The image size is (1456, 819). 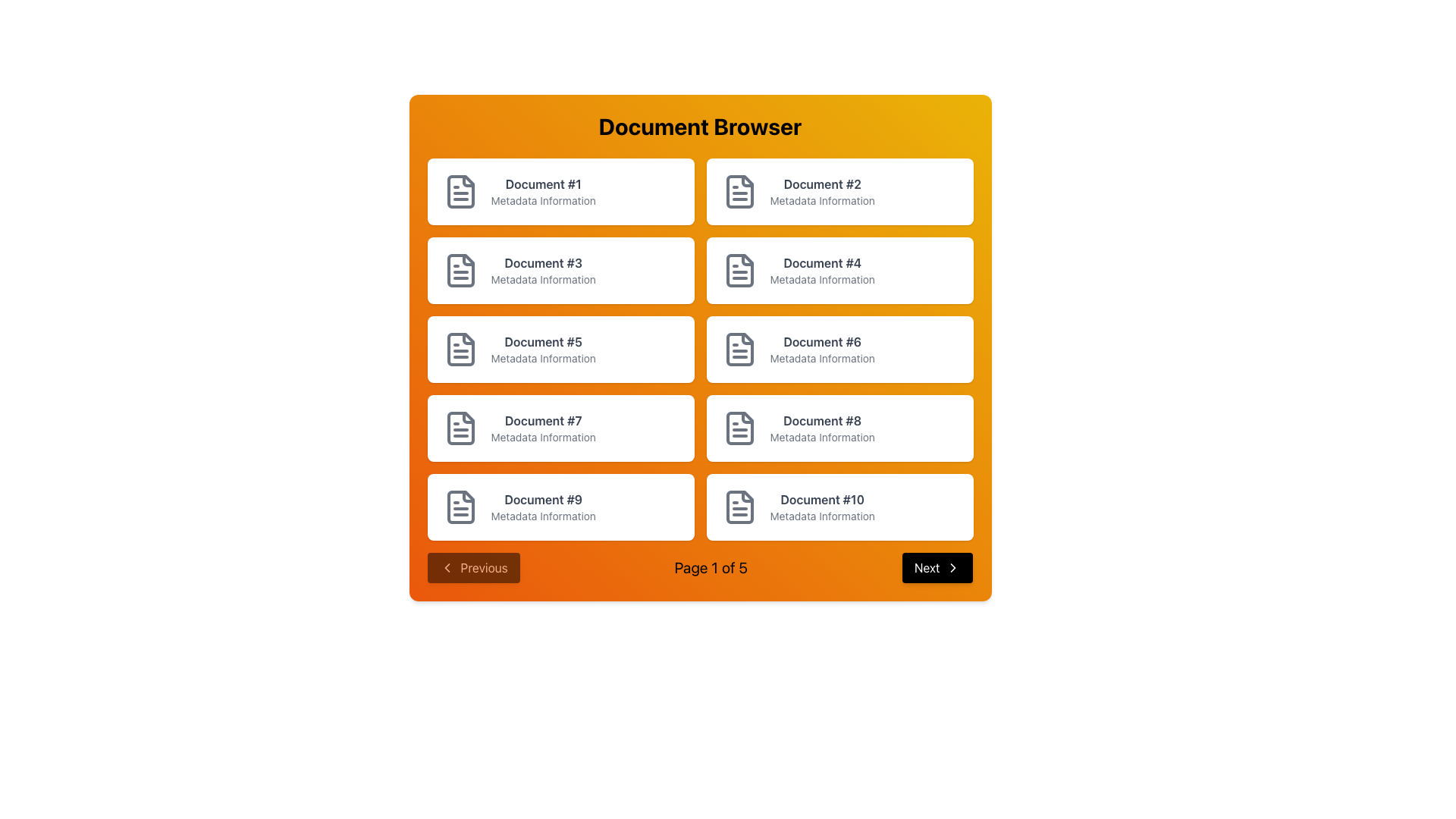 What do you see at coordinates (821, 184) in the screenshot?
I see `the text label styled with a bold font in dark gray that displays 'Document #2', located in the second document entry of the grid layout under the 'Document Browser' heading` at bounding box center [821, 184].